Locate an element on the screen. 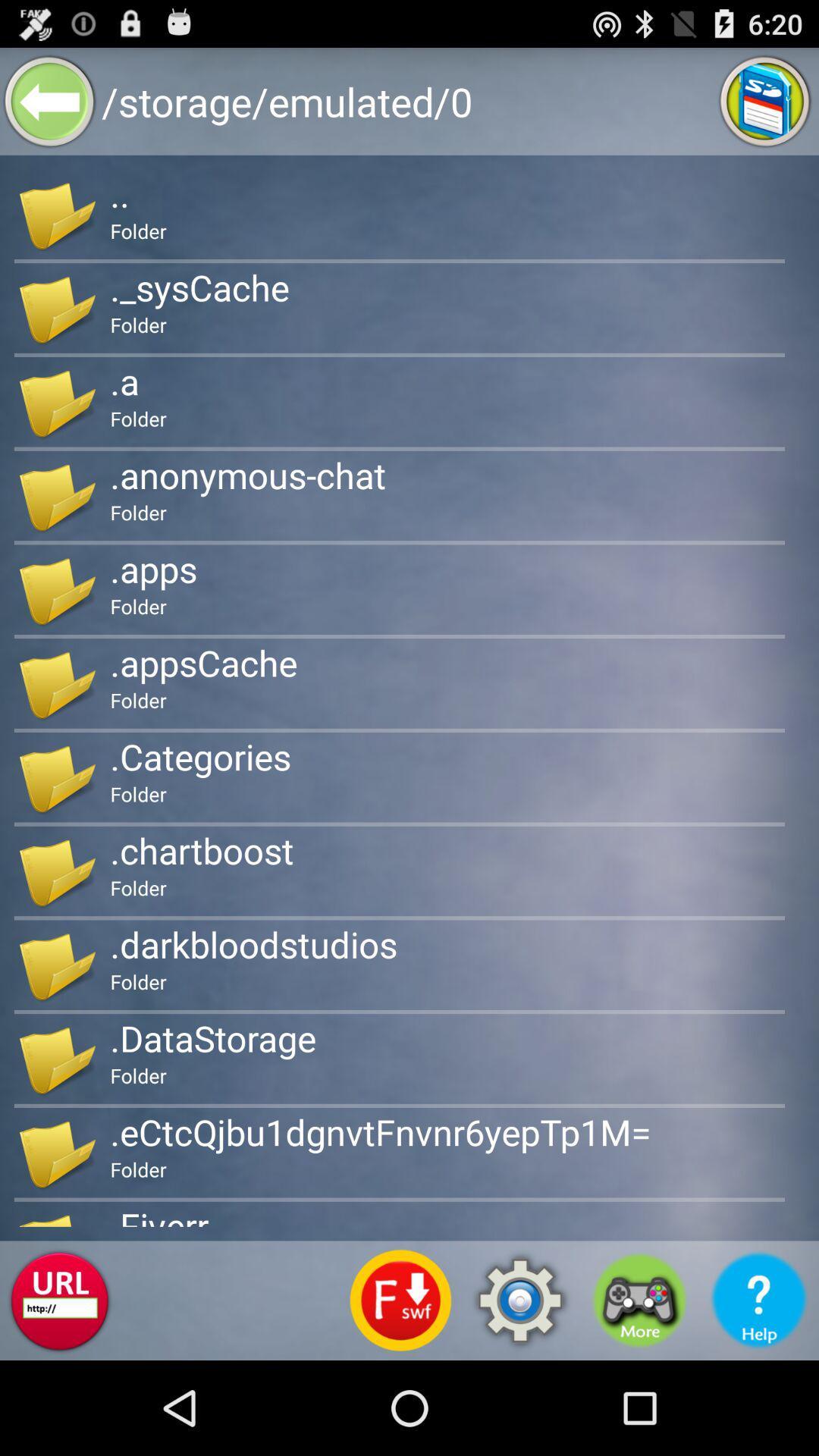 This screenshot has width=819, height=1456. the .apps app is located at coordinates (153, 568).